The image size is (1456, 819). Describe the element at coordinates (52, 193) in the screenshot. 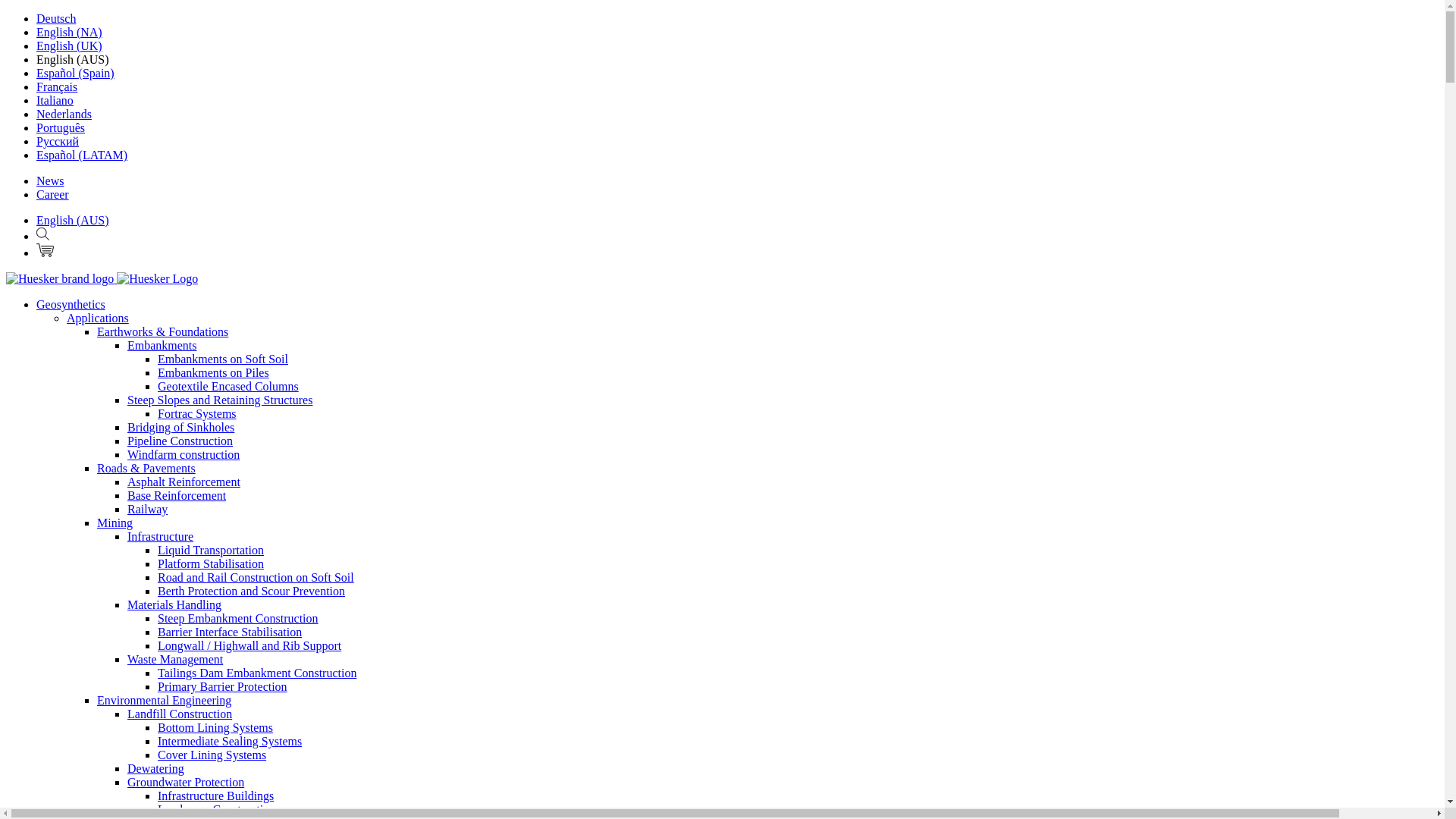

I see `'Career'` at that location.